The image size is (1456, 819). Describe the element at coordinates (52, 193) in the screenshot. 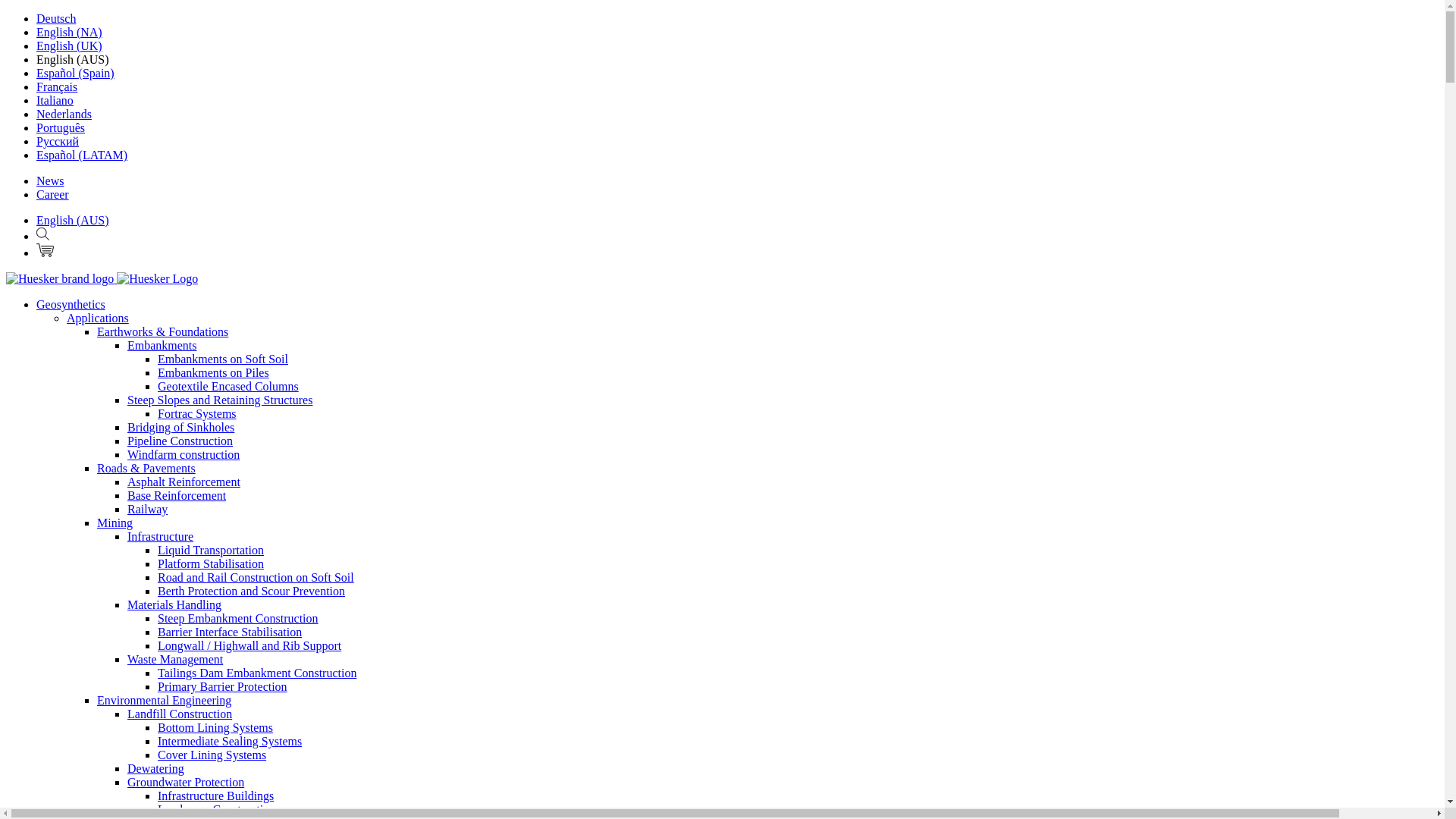

I see `'Career'` at that location.